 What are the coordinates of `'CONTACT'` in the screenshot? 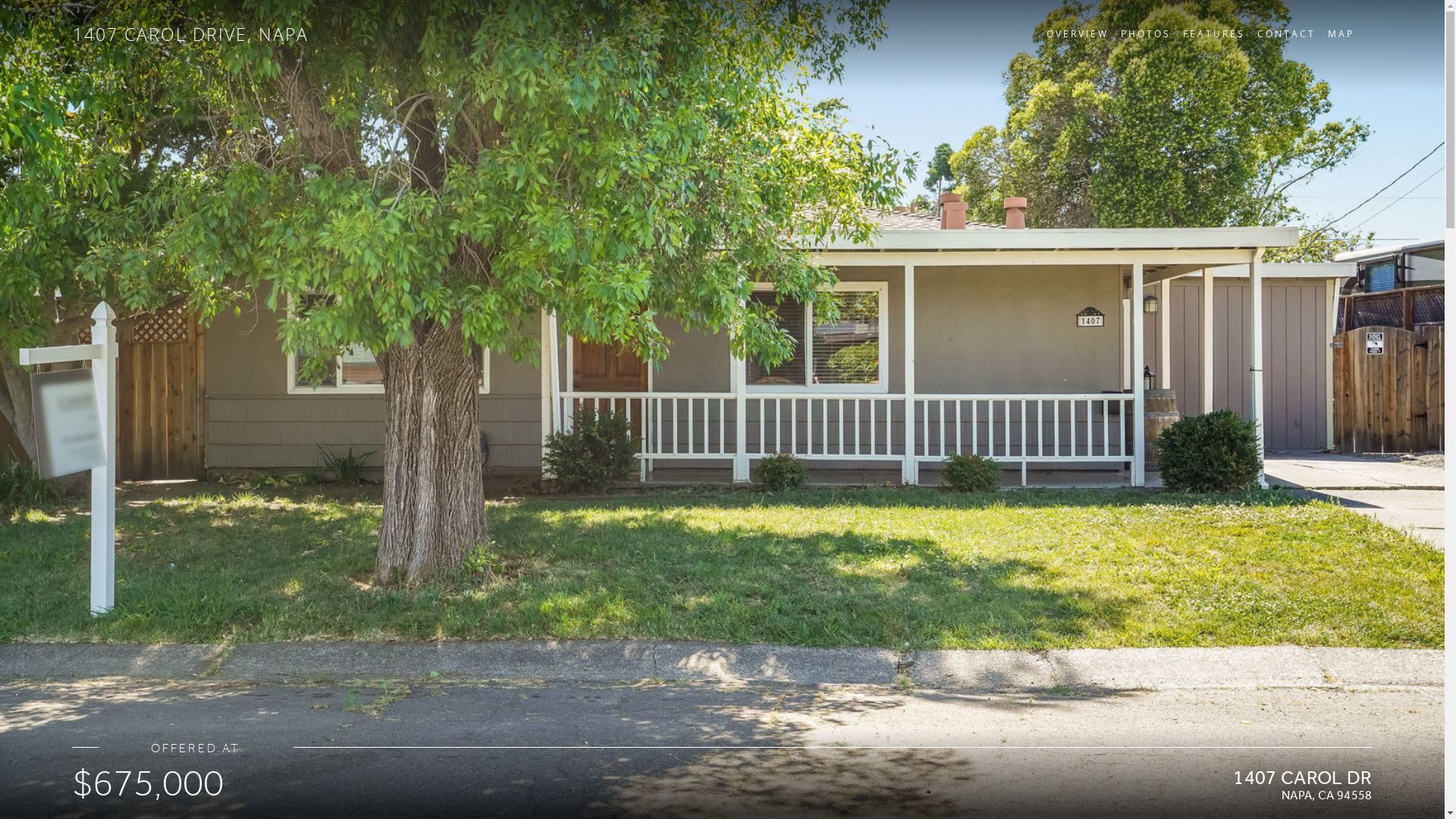 It's located at (1285, 33).